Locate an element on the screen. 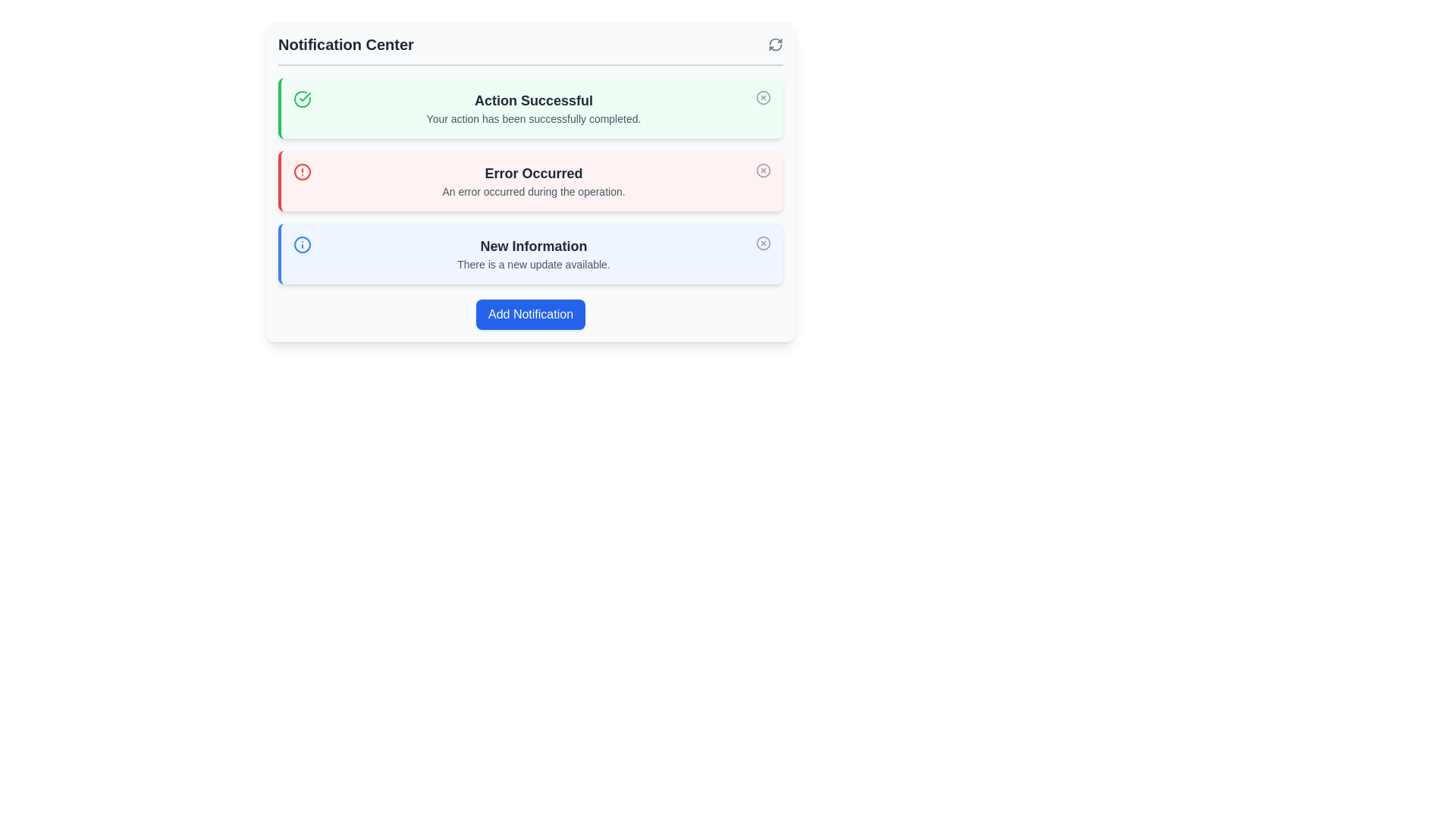 This screenshot has height=819, width=1456. the error icon located to the left of the 'Error Occurred' notification text that signifies an error or alert to the user is located at coordinates (302, 171).